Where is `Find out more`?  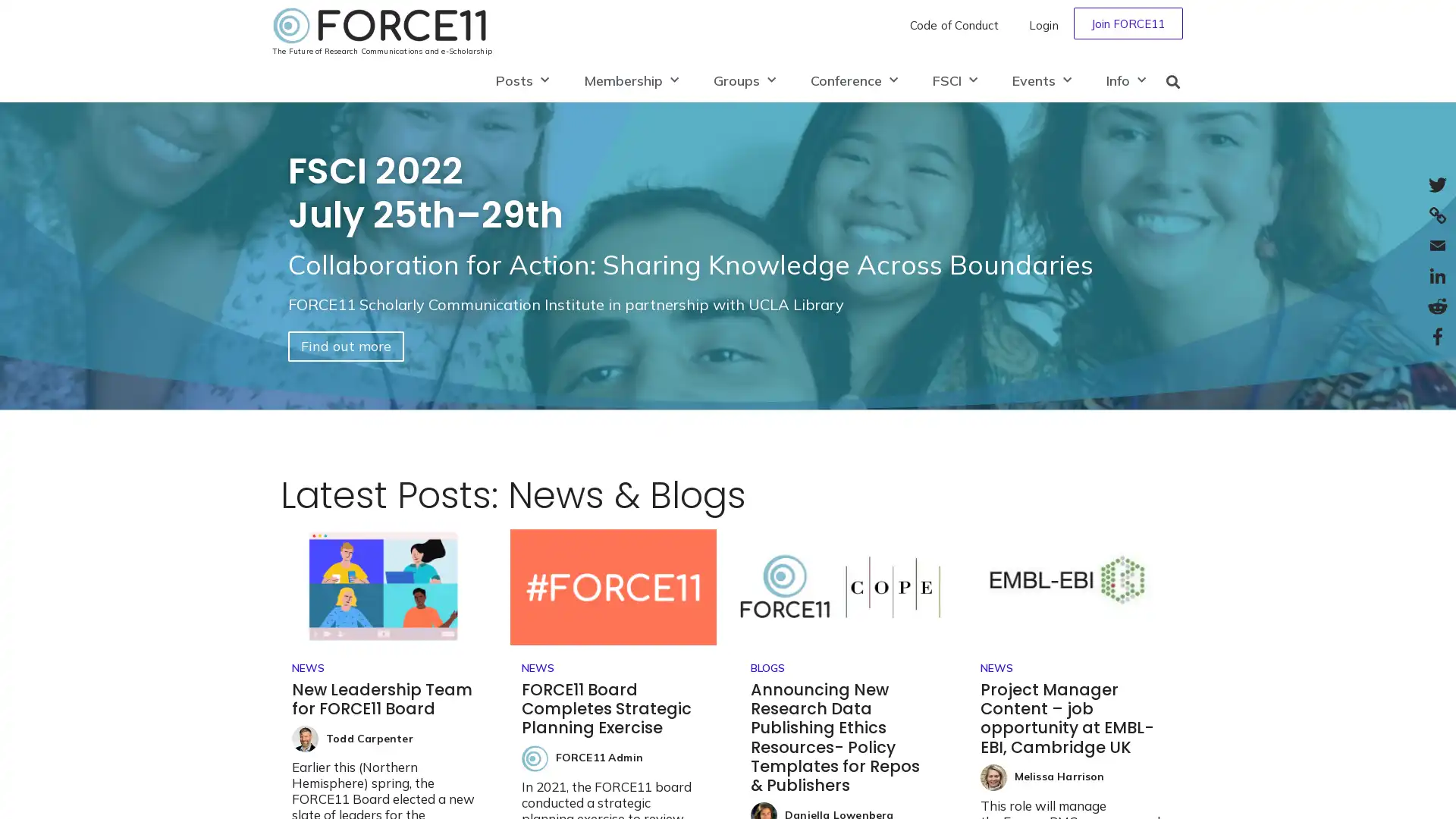 Find out more is located at coordinates (345, 346).